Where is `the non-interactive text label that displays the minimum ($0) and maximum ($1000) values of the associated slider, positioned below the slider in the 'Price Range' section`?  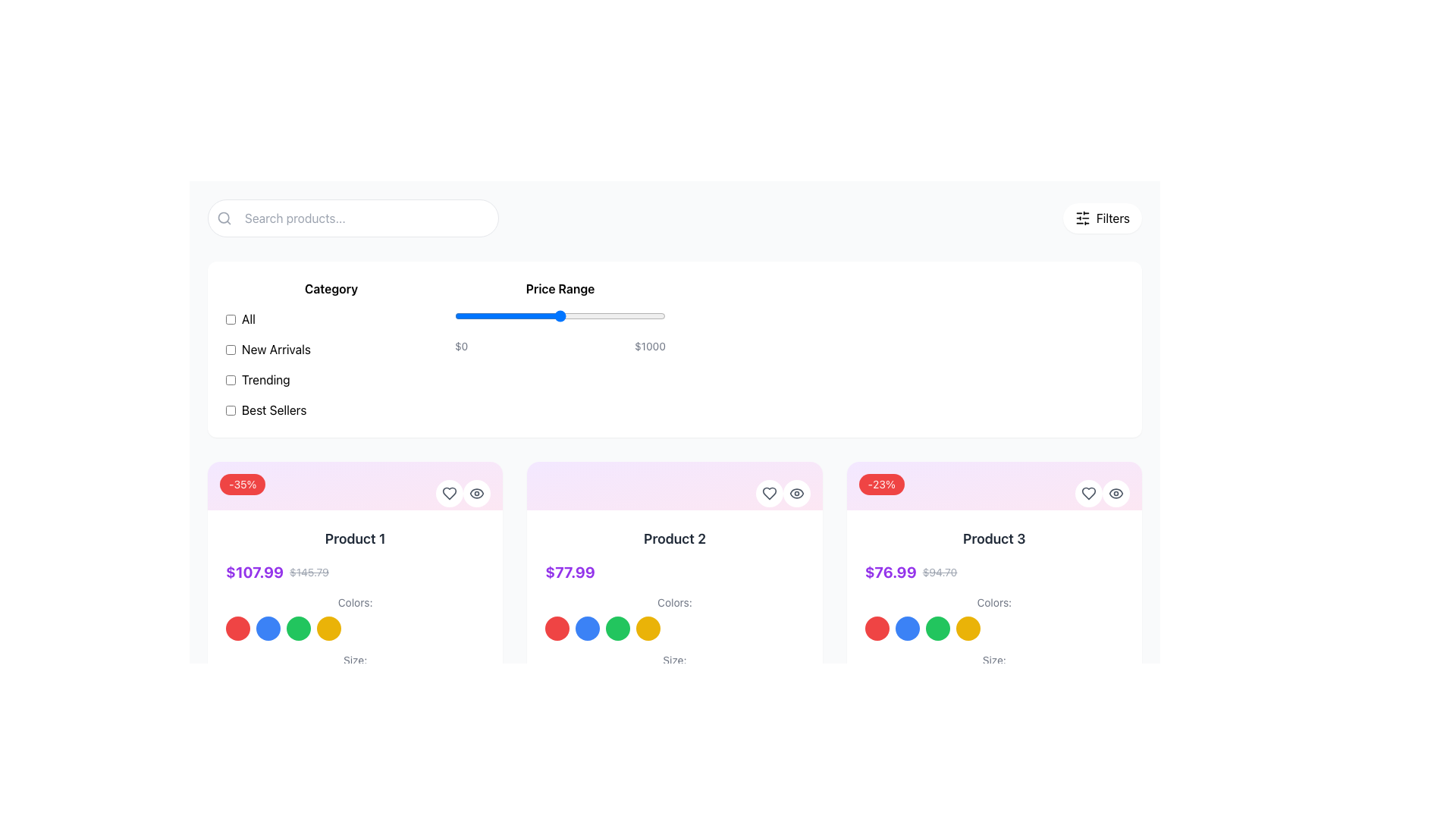
the non-interactive text label that displays the minimum ($0) and maximum ($1000) values of the associated slider, positioned below the slider in the 'Price Range' section is located at coordinates (560, 346).